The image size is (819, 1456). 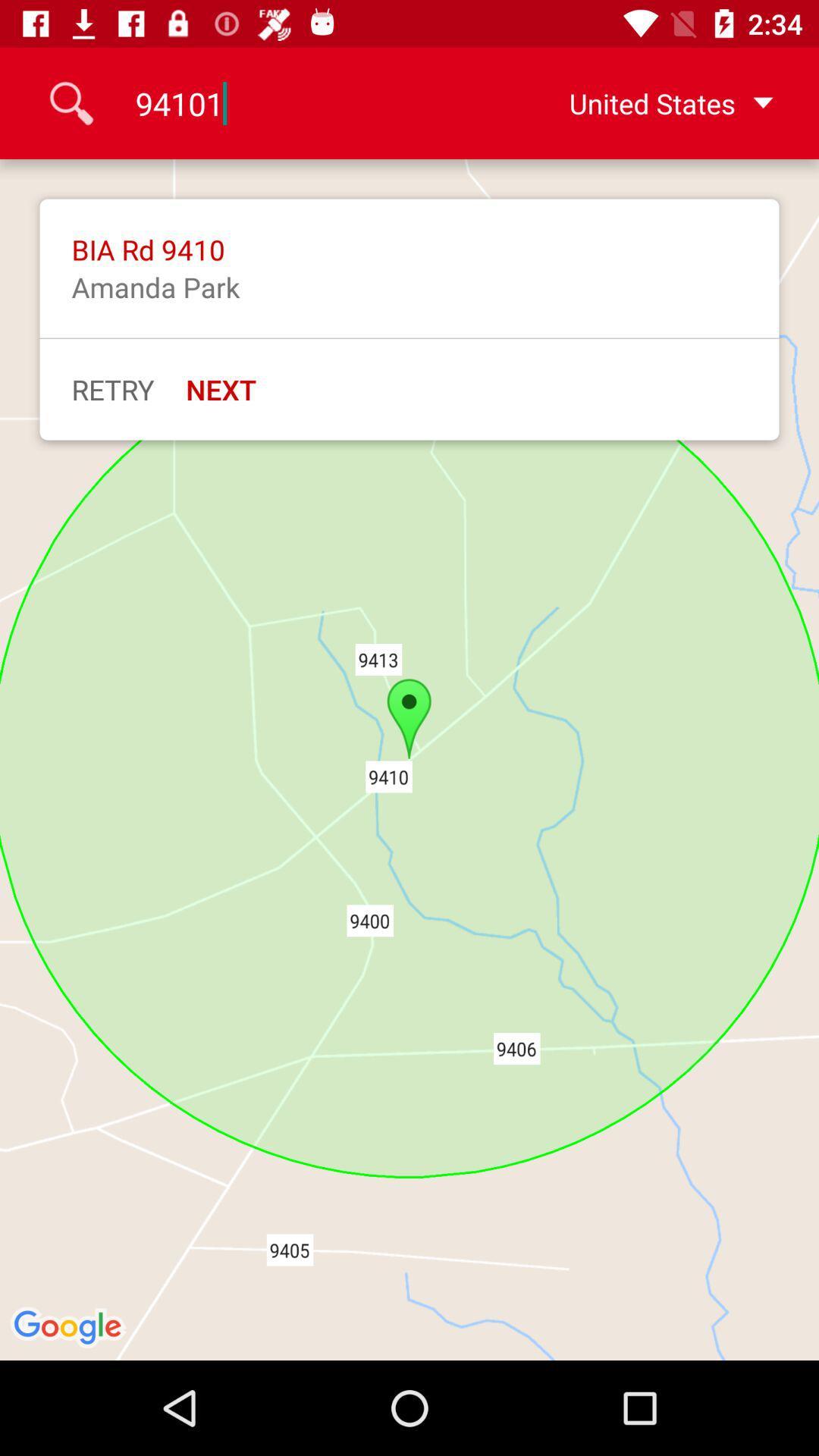 I want to click on the 94101, so click(x=309, y=102).